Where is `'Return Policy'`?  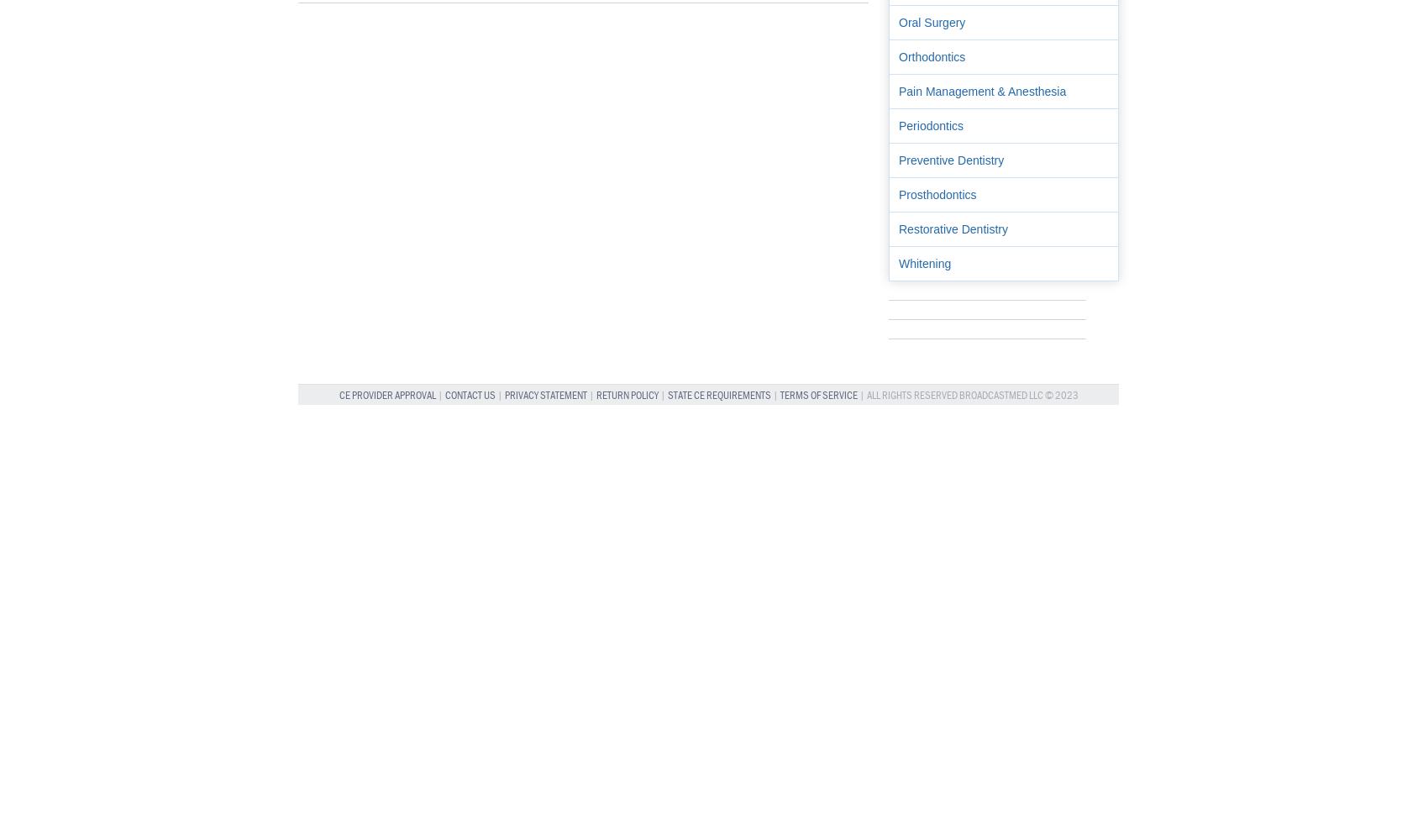
'Return Policy' is located at coordinates (626, 394).